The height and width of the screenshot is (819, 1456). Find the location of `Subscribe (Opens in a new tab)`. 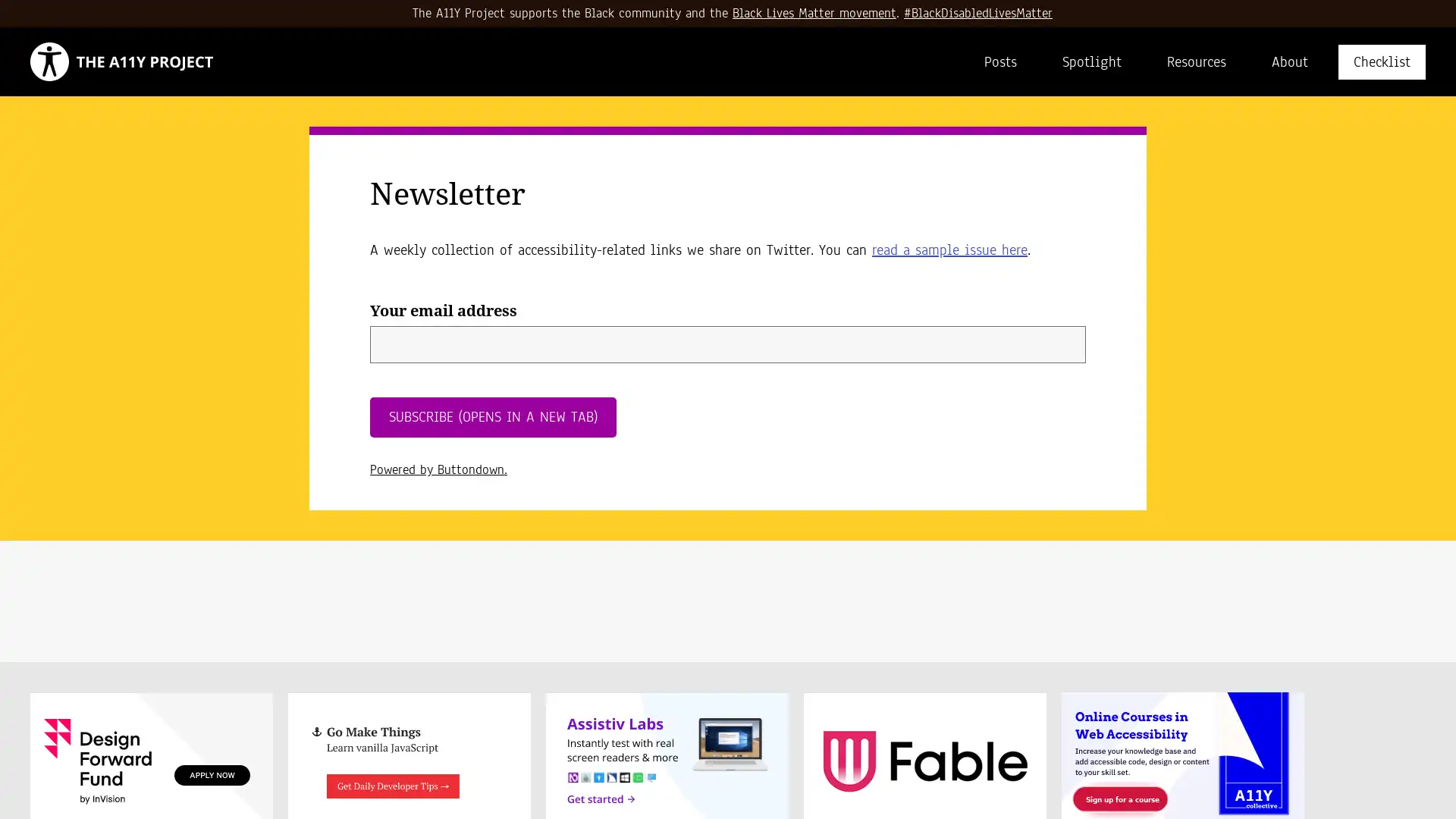

Subscribe (Opens in a new tab) is located at coordinates (493, 417).